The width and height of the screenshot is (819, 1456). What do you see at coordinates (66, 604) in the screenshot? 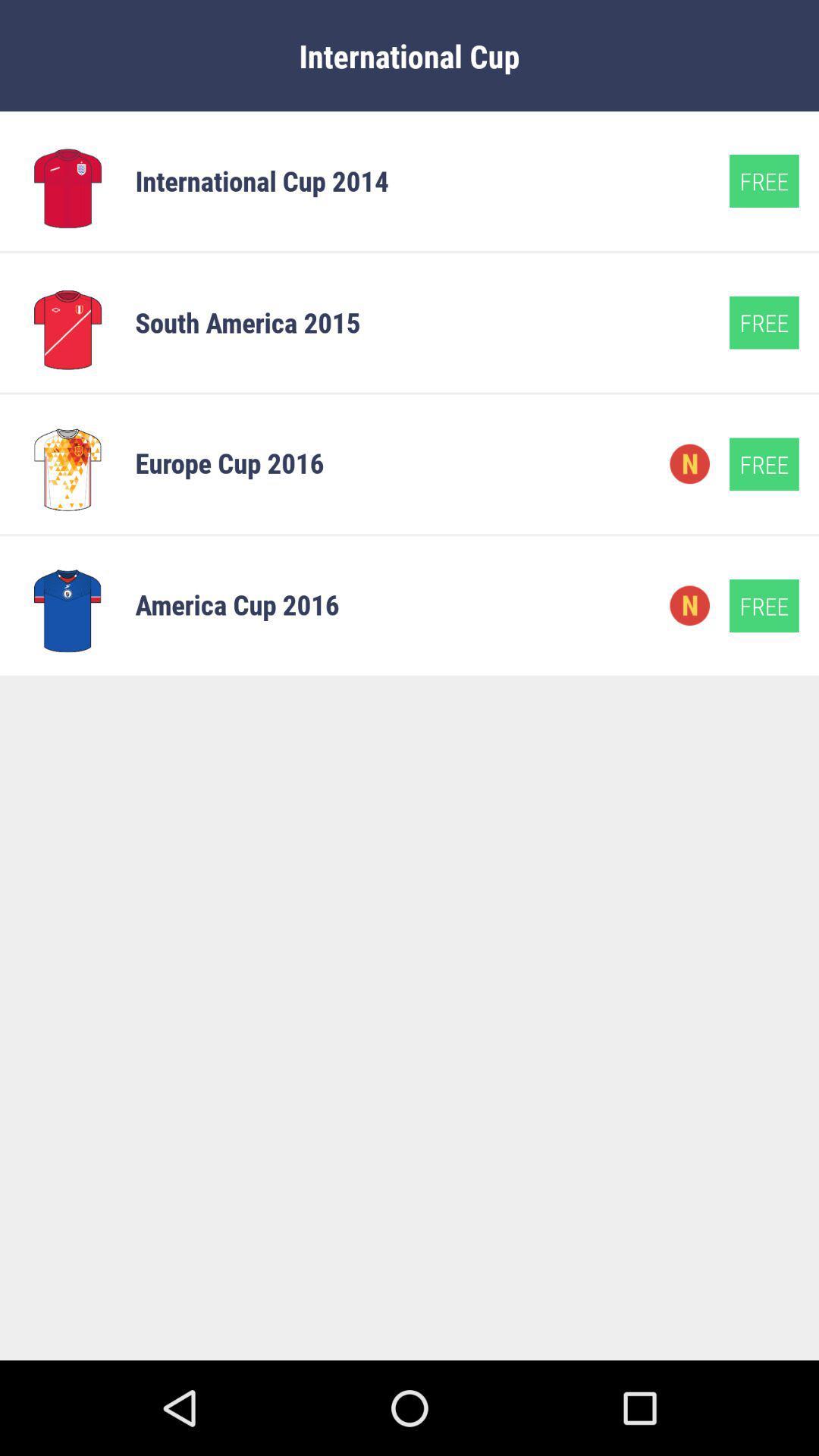
I see `the image on left to the text america cup 2016 on the web page` at bounding box center [66, 604].